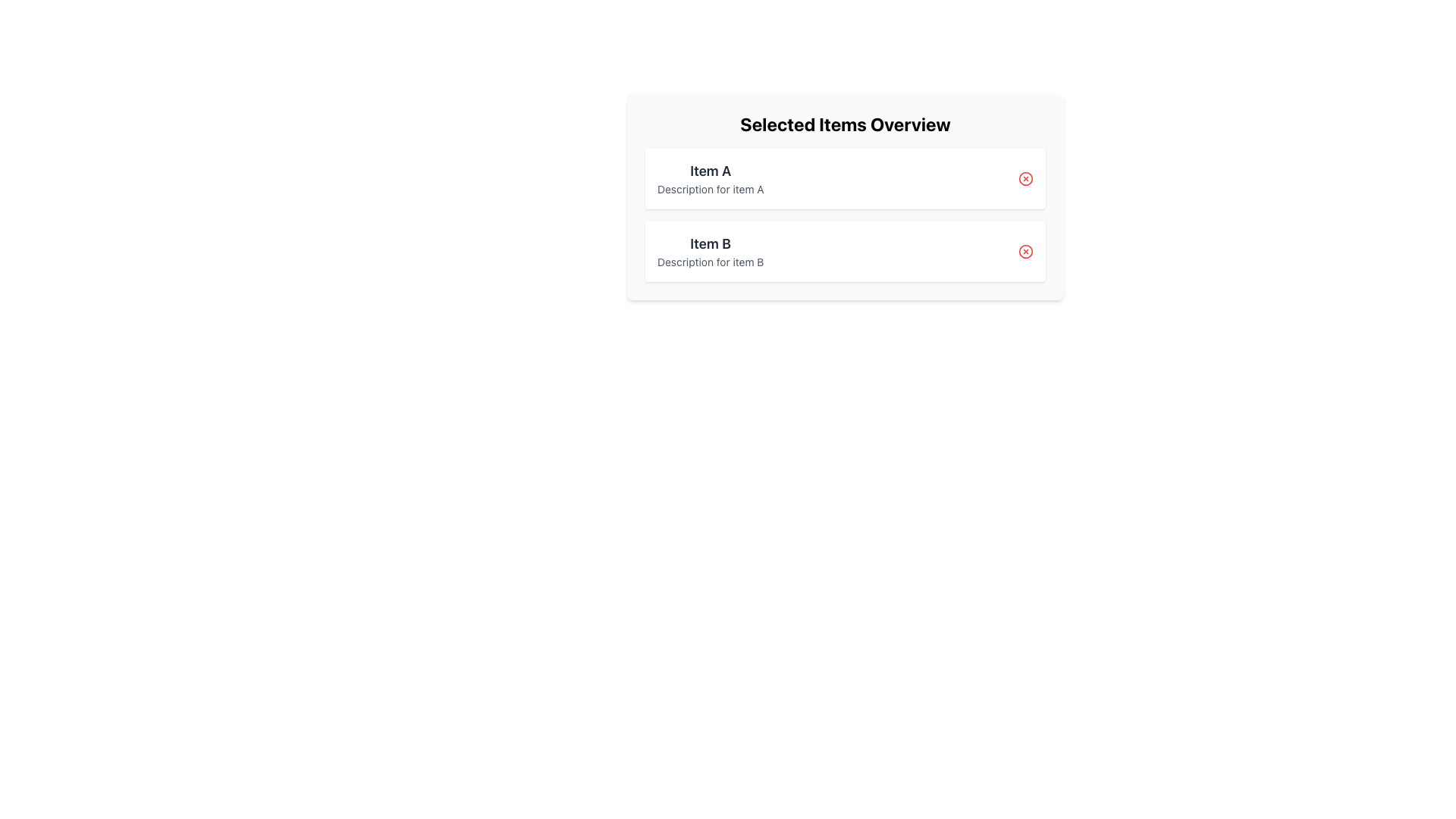  What do you see at coordinates (710, 189) in the screenshot?
I see `the descriptive label text that provides additional information about 'Item A', which is located directly beneath 'Item A' in the top card of a vertical list` at bounding box center [710, 189].